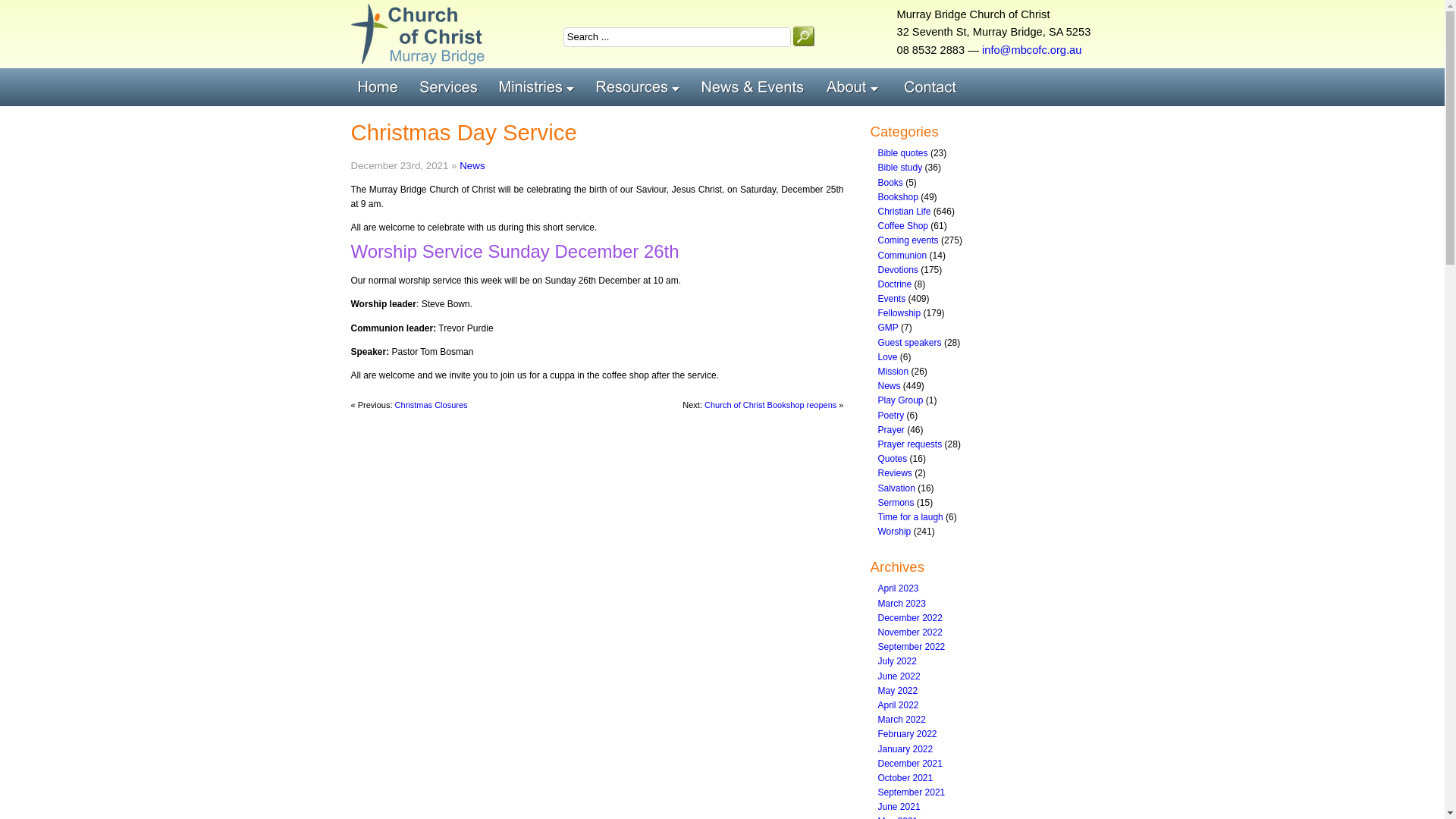  What do you see at coordinates (877, 792) in the screenshot?
I see `'September 2021'` at bounding box center [877, 792].